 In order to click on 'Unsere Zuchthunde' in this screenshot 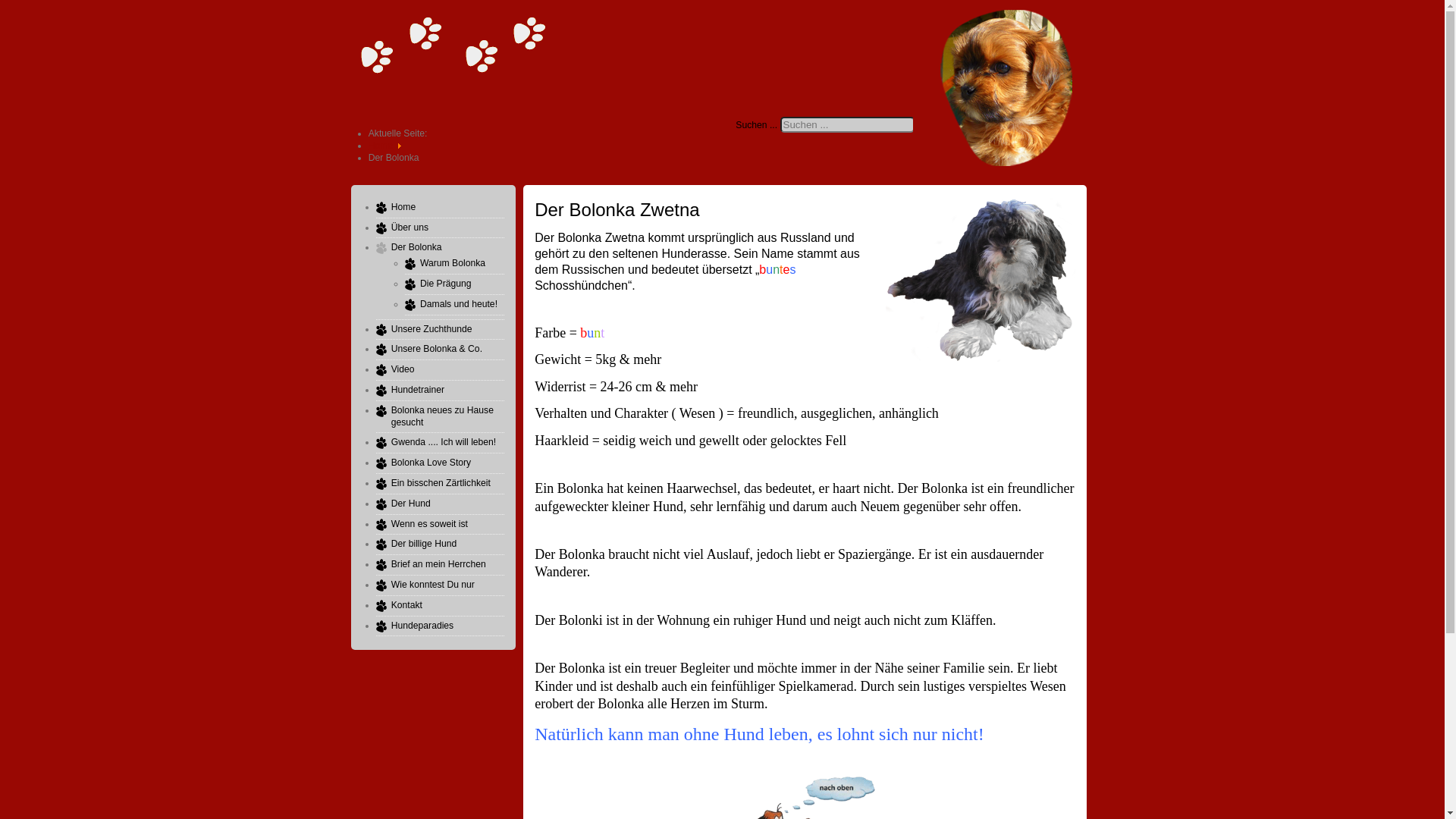, I will do `click(431, 328)`.